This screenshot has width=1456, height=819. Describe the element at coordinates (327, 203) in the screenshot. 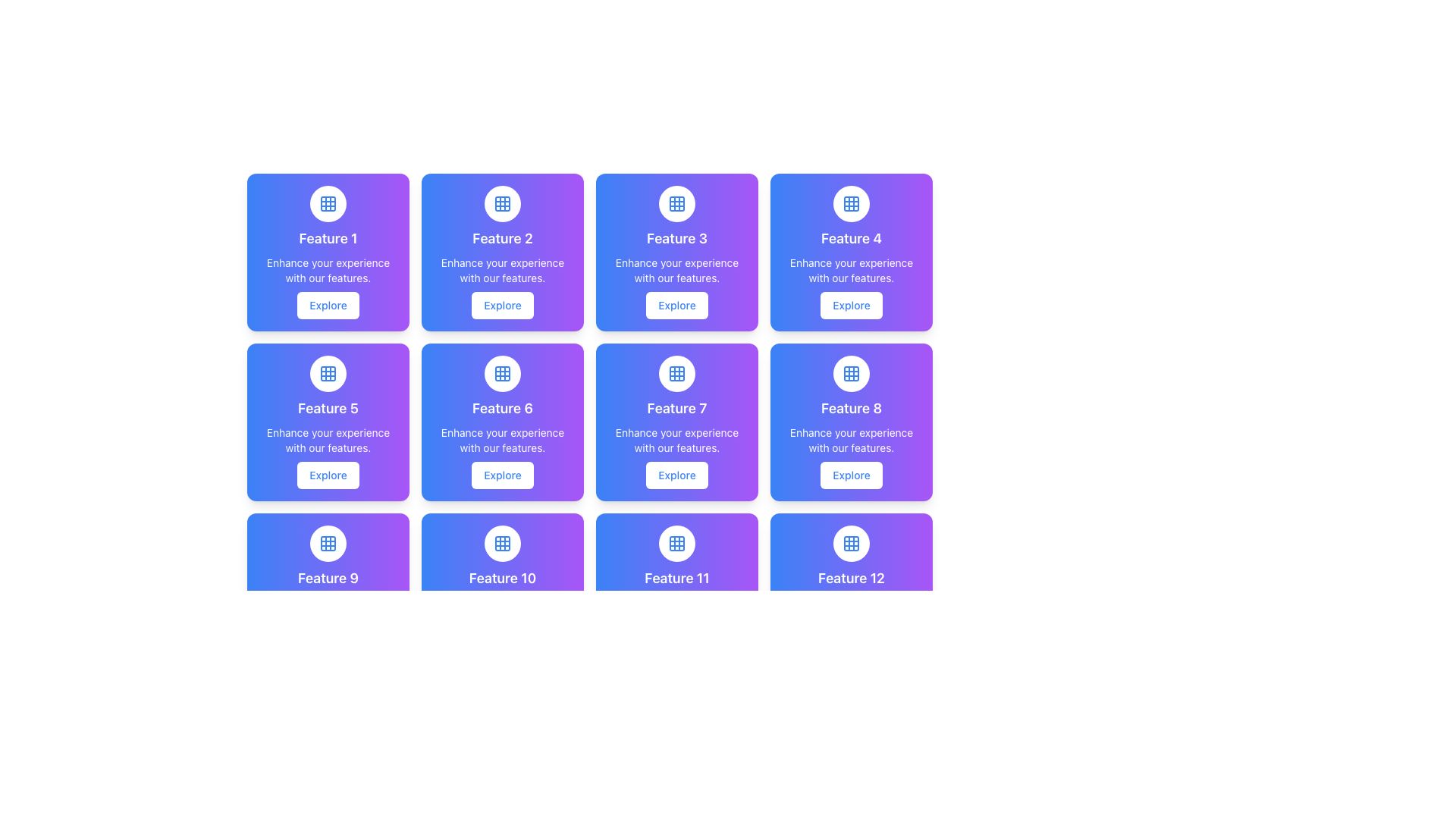

I see `the blue-colored grid icon composed of nine smaller squares arranged in a 3x3 pattern, located within the circular section at the top of the first feature box above the text 'Feature 1'` at that location.